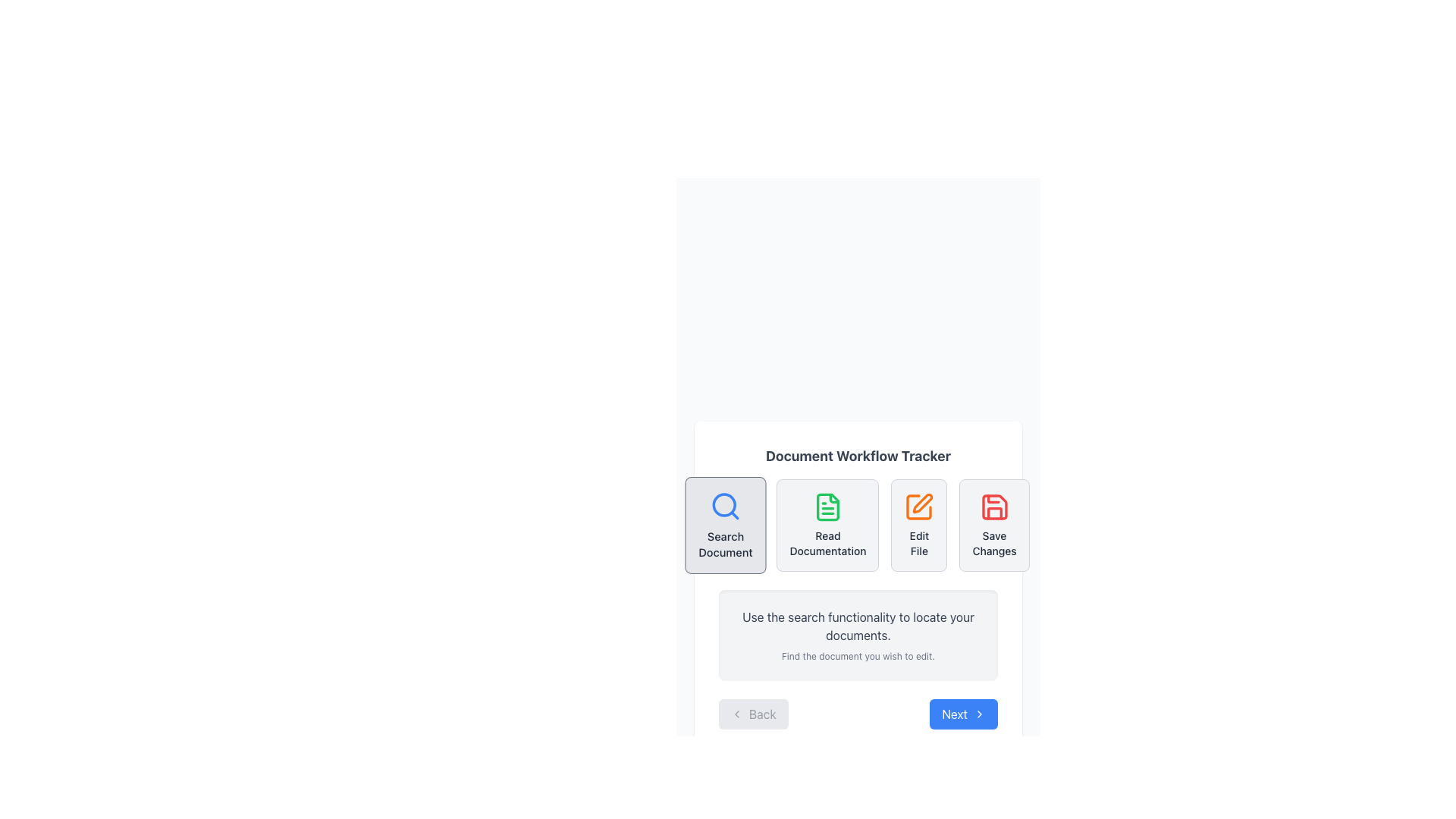  I want to click on the save icon located within the 'Save Changes' card, so click(994, 507).